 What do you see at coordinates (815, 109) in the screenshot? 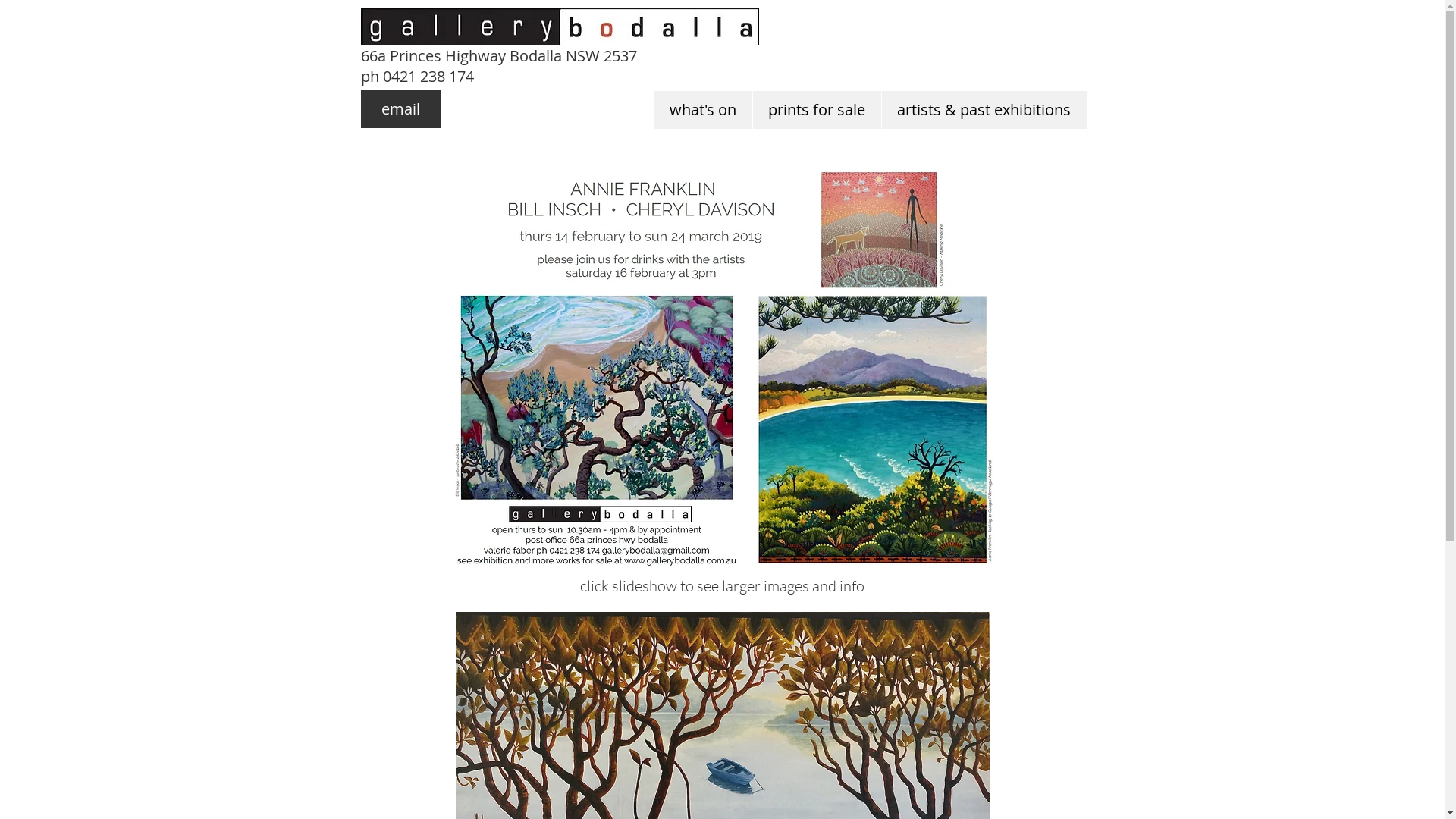
I see `'prints for sale'` at bounding box center [815, 109].